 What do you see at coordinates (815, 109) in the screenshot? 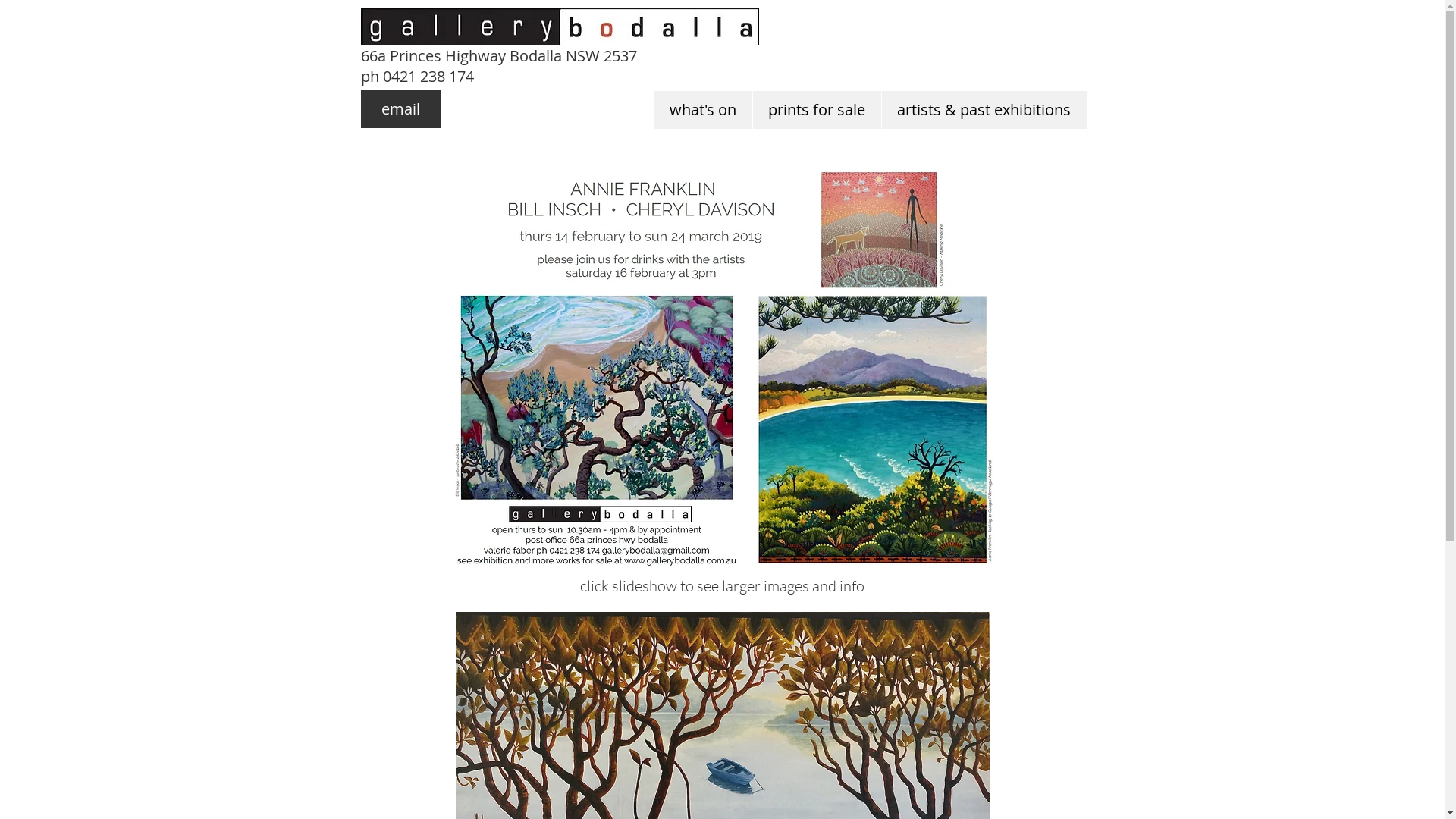
I see `'prints for sale'` at bounding box center [815, 109].